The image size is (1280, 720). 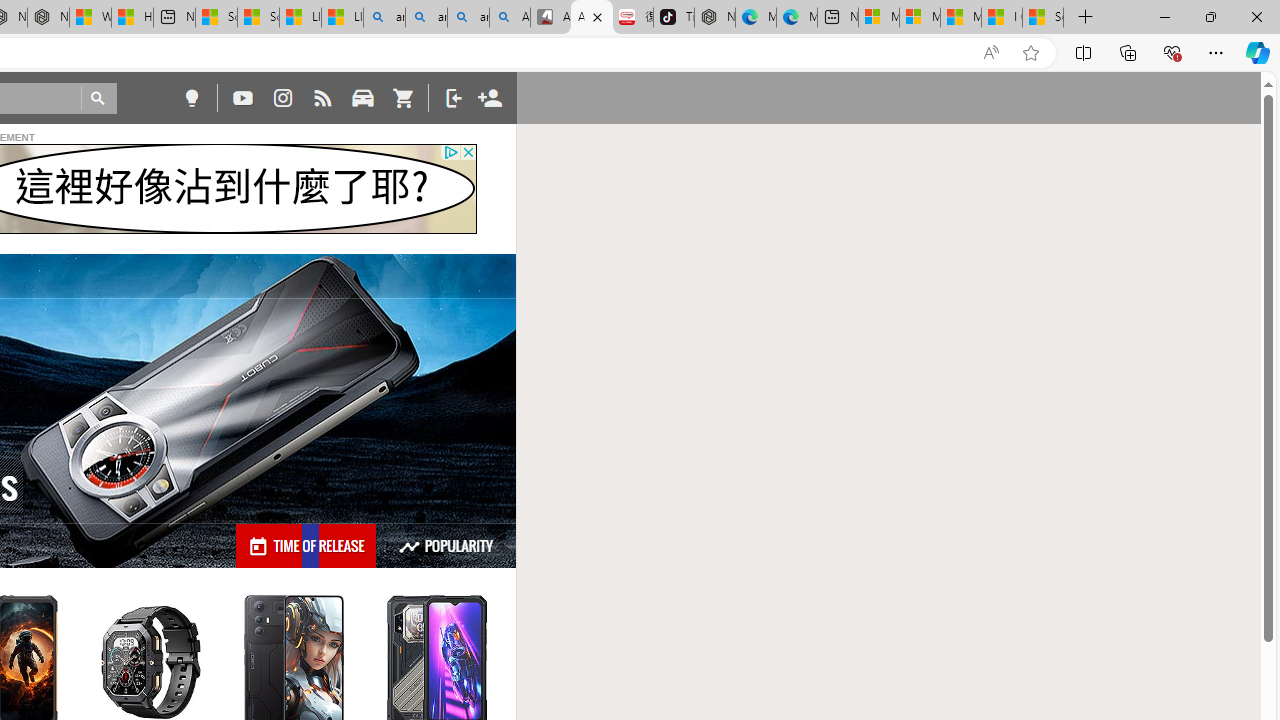 I want to click on 'Nordace - Best Sellers', so click(x=714, y=17).